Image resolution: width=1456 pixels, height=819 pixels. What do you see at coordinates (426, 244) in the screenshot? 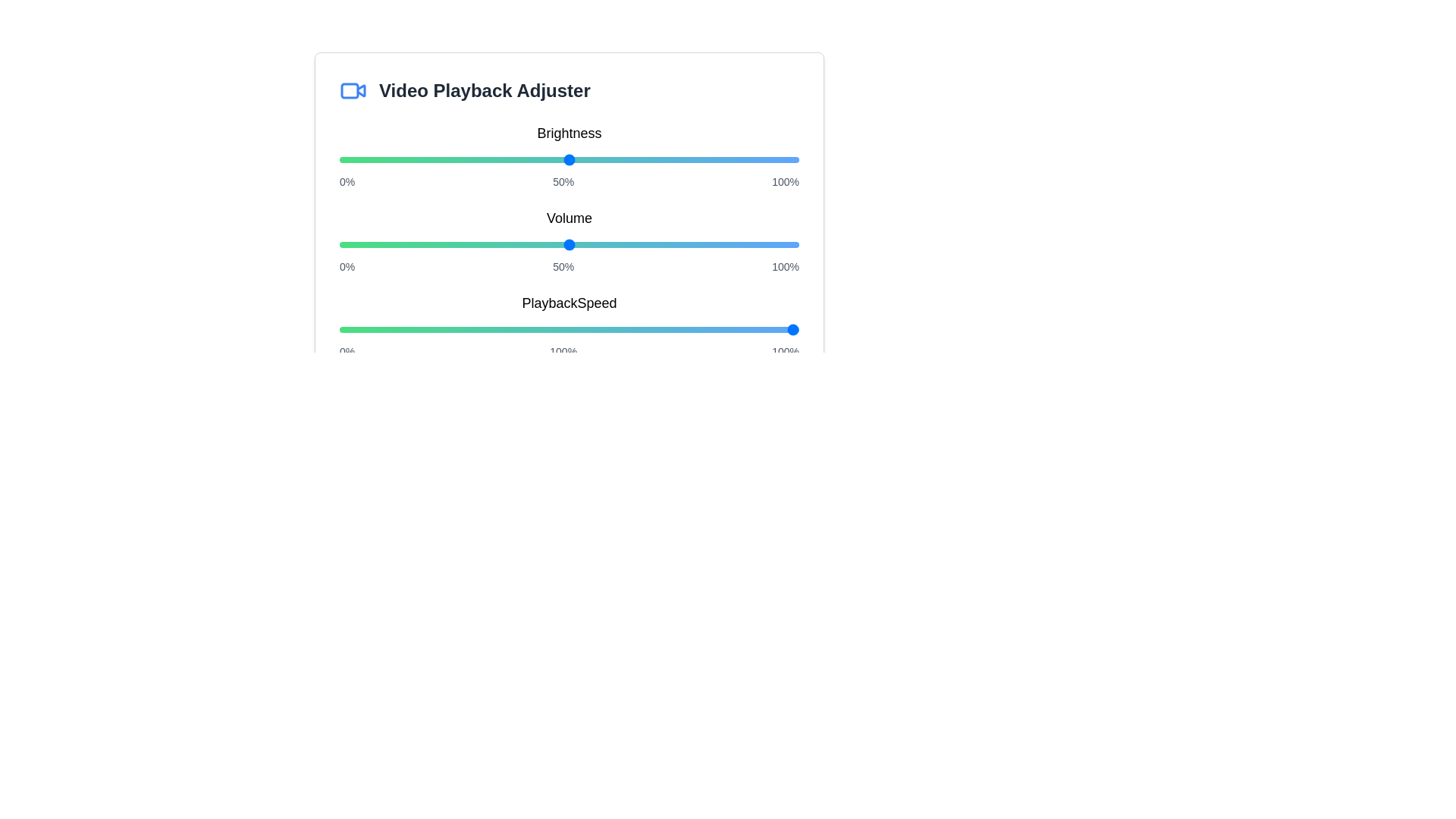
I see `the volume slider to set the volume to 19%` at bounding box center [426, 244].